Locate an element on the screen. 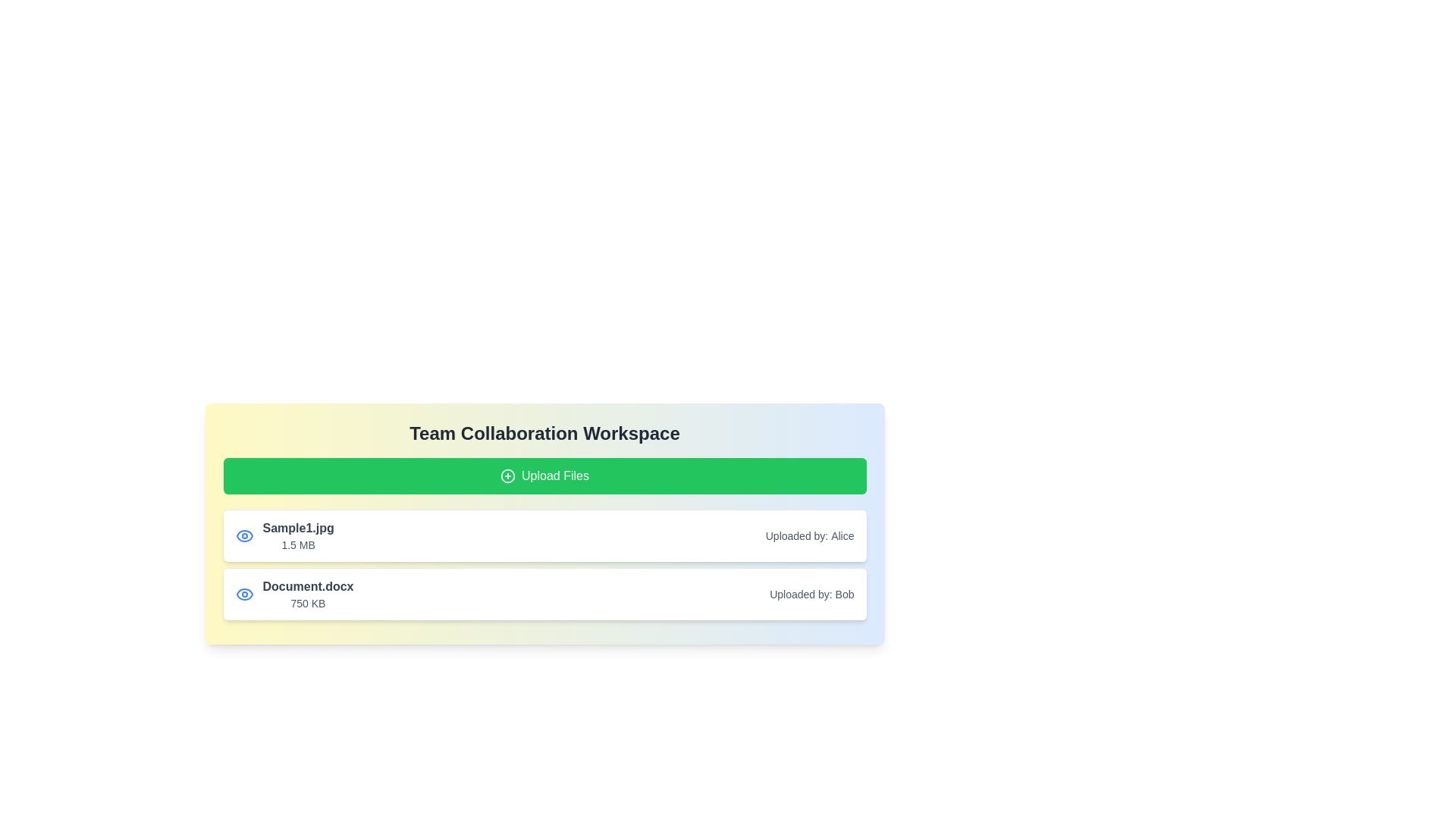  the text label displaying the uploader's name, which is part of the 'Uploaded by: Alice' text group, located to the right of the 'Uploaded by:' label is located at coordinates (842, 535).